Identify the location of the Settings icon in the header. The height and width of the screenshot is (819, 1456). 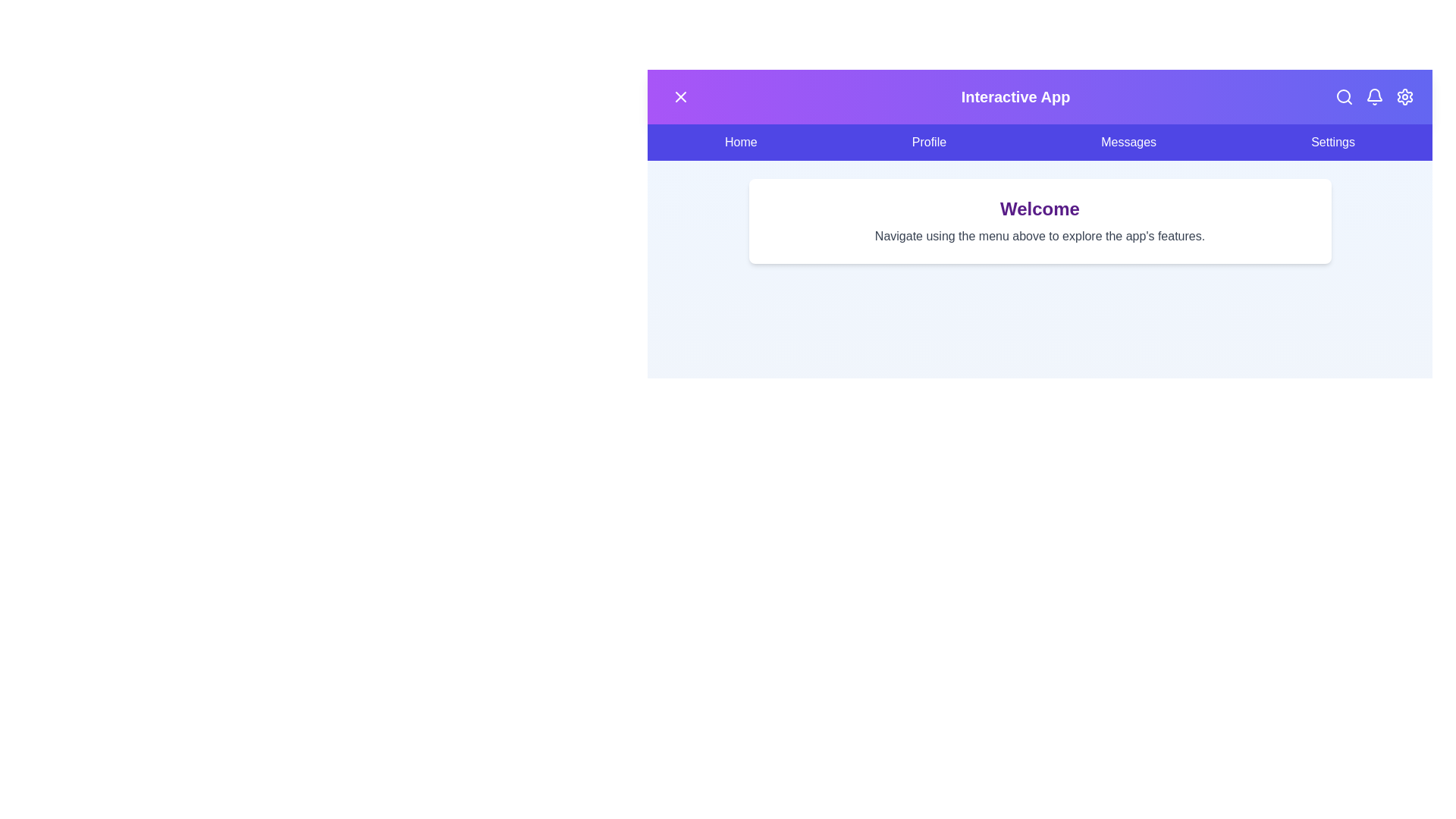
(1404, 96).